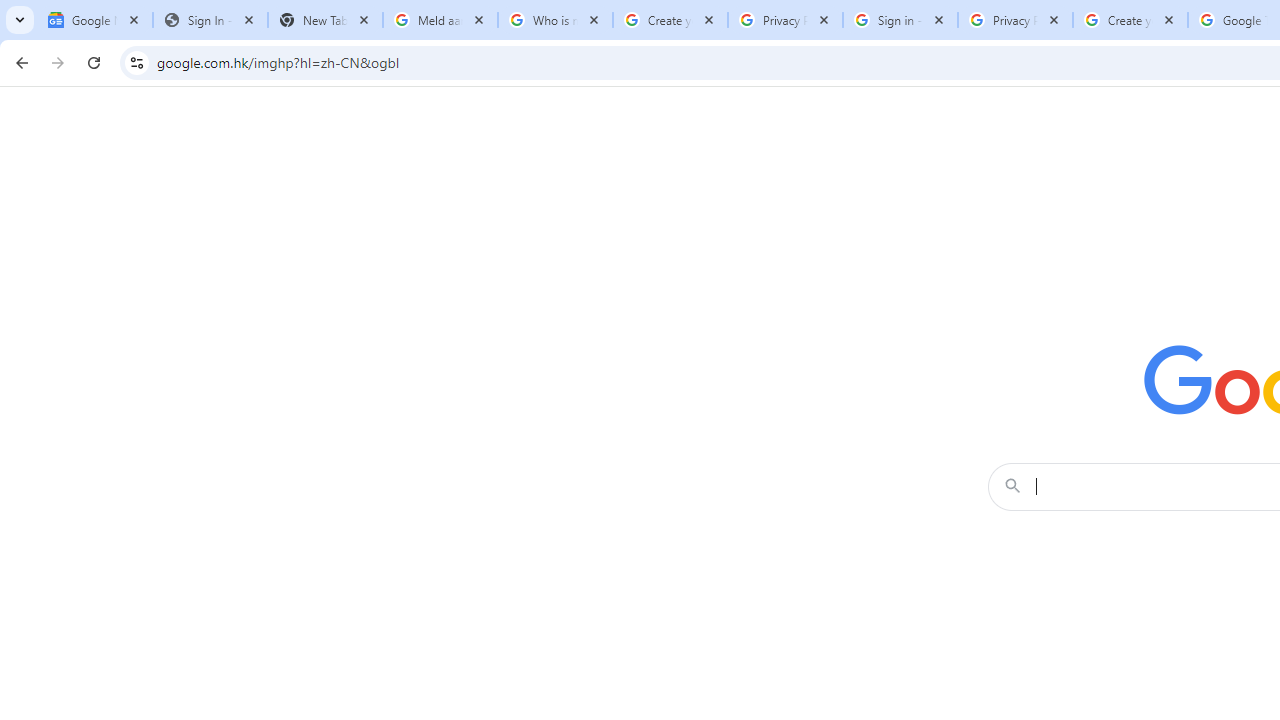 The height and width of the screenshot is (720, 1280). Describe the element at coordinates (555, 20) in the screenshot. I see `'Who is my administrator? - Google Account Help'` at that location.